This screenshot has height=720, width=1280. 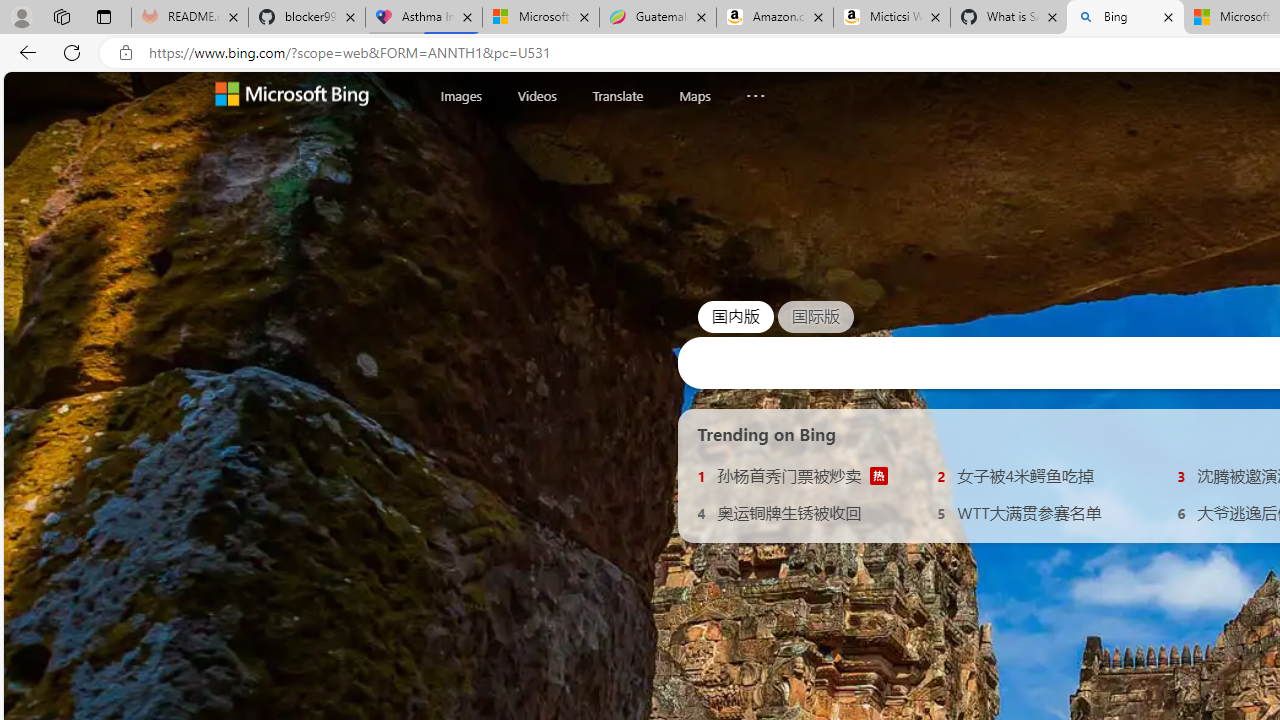 What do you see at coordinates (754, 91) in the screenshot?
I see `'More'` at bounding box center [754, 91].